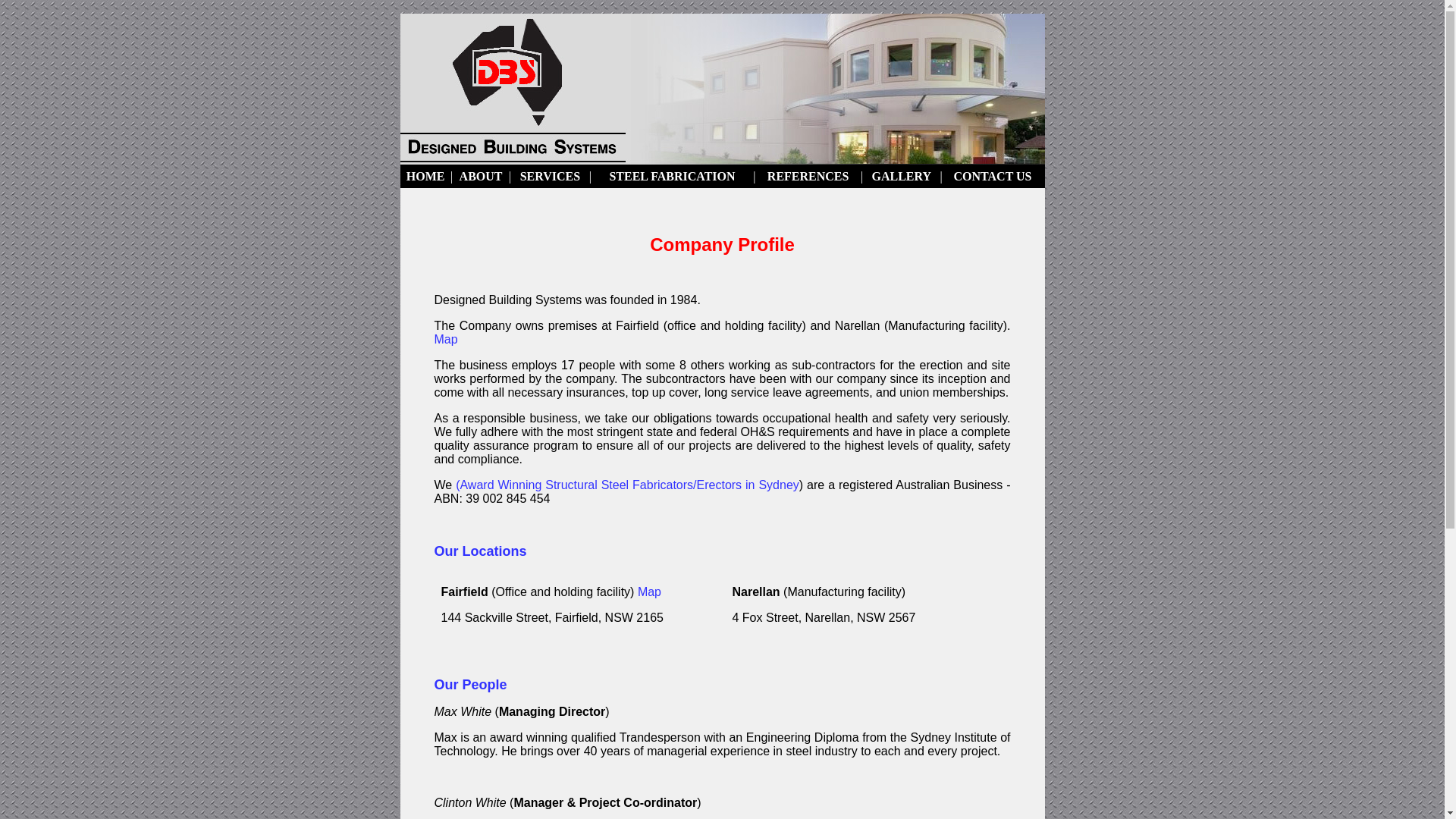  I want to click on 'SERVICES', so click(549, 175).